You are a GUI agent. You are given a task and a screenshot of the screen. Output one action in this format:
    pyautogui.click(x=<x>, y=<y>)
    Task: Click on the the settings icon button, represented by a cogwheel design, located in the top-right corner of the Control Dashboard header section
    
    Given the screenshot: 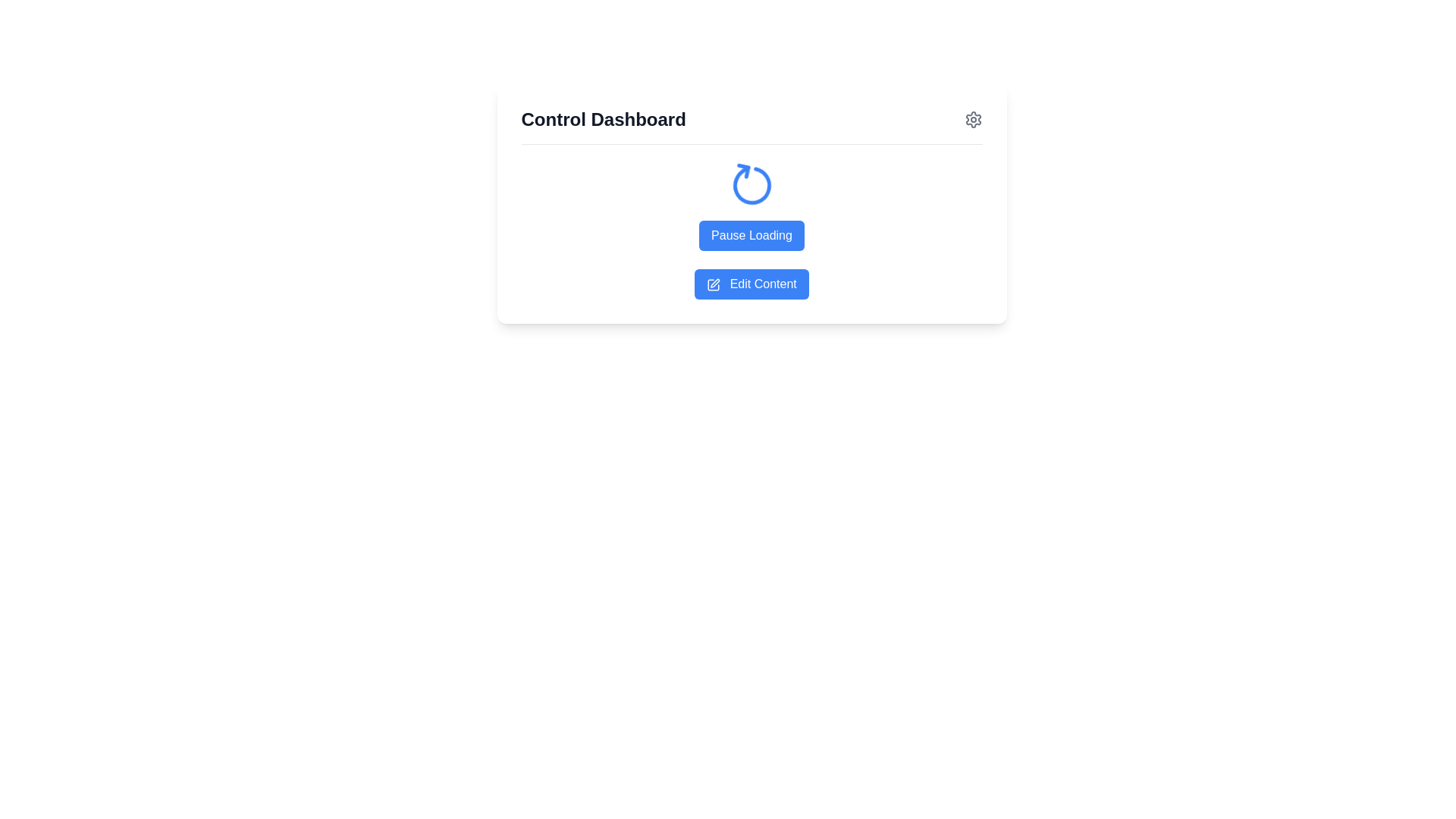 What is the action you would take?
    pyautogui.click(x=973, y=119)
    